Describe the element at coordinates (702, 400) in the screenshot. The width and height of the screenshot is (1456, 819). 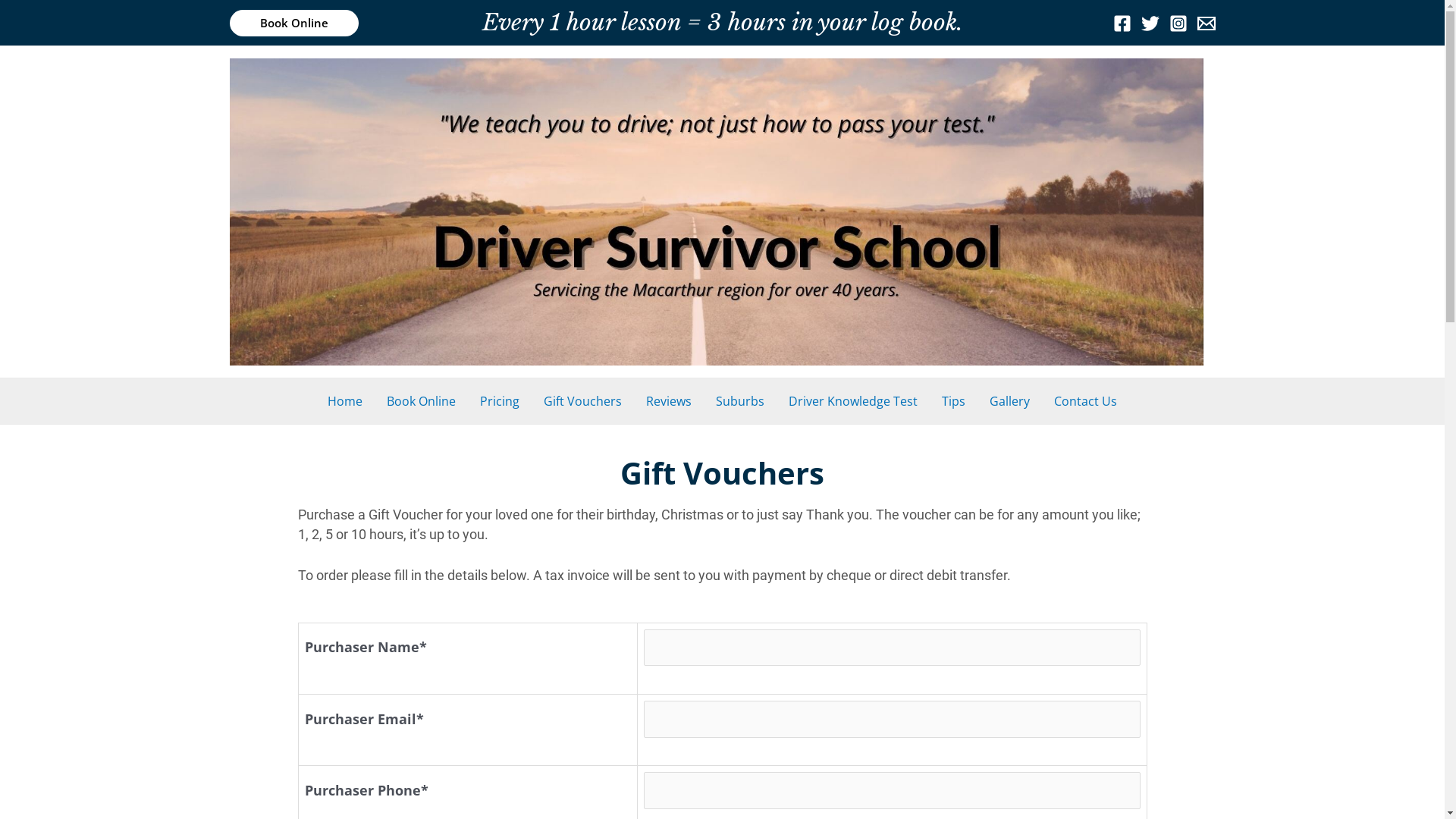
I see `'Suburbs'` at that location.